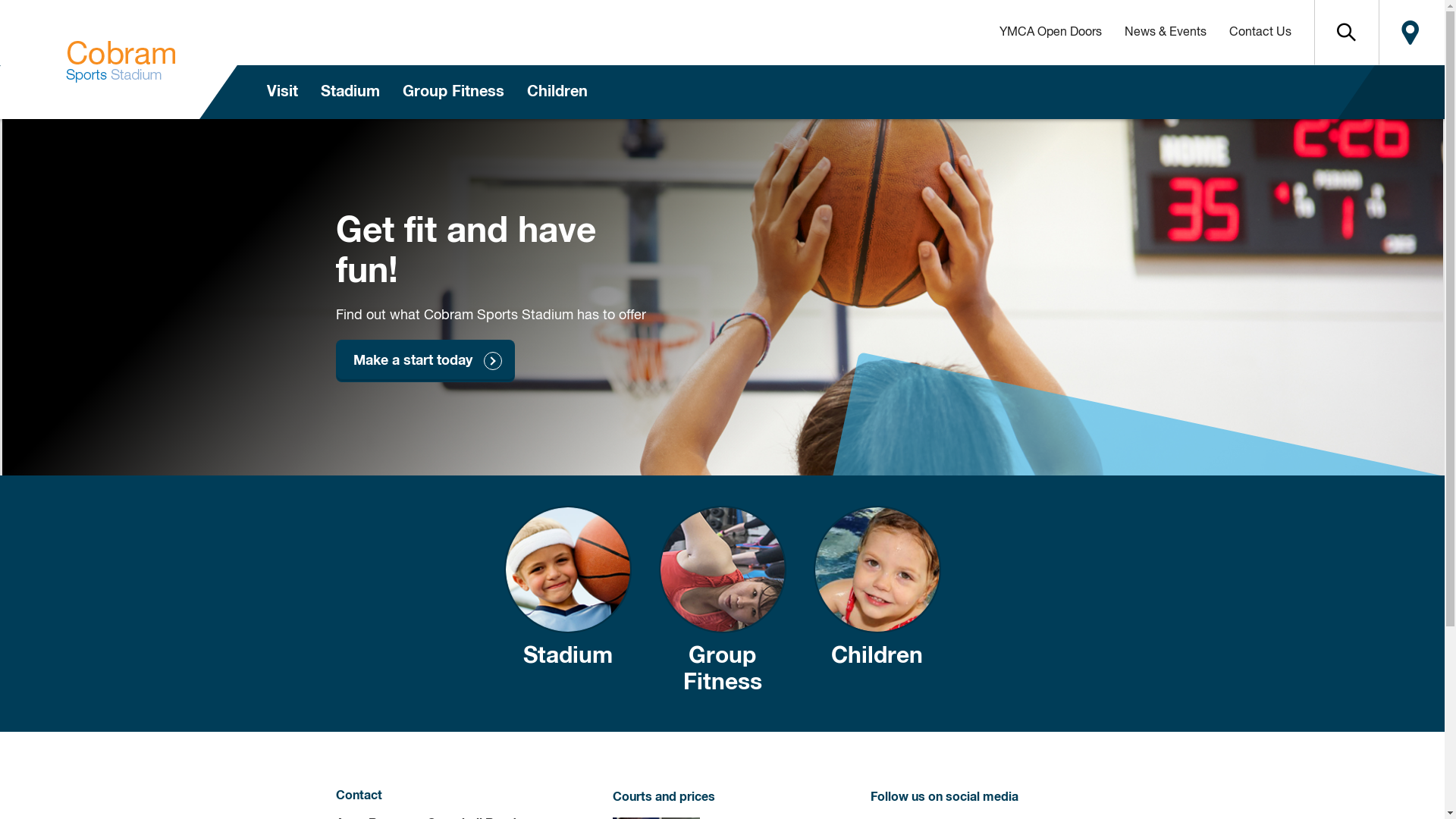 The width and height of the screenshot is (1456, 819). I want to click on 'Contact Us', so click(1260, 32).